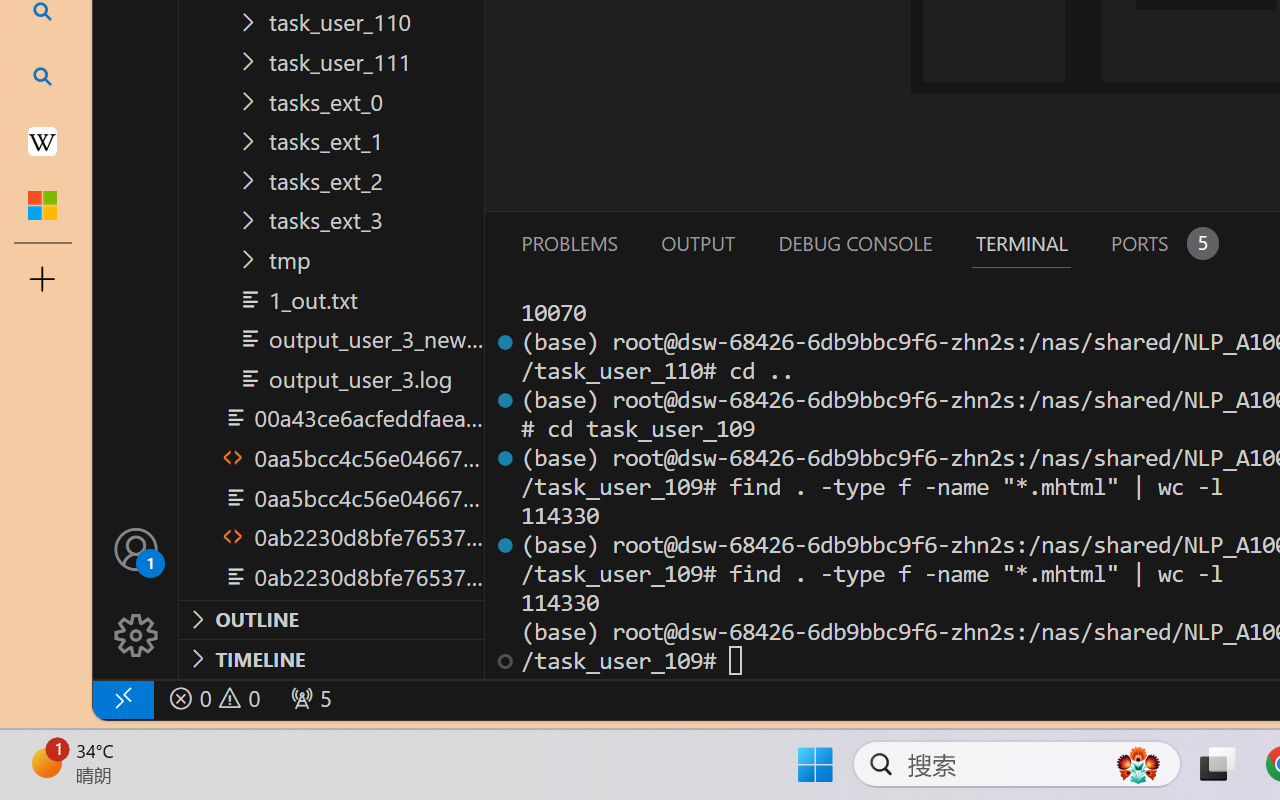 The height and width of the screenshot is (800, 1280). Describe the element at coordinates (331, 619) in the screenshot. I see `'Outline Section'` at that location.